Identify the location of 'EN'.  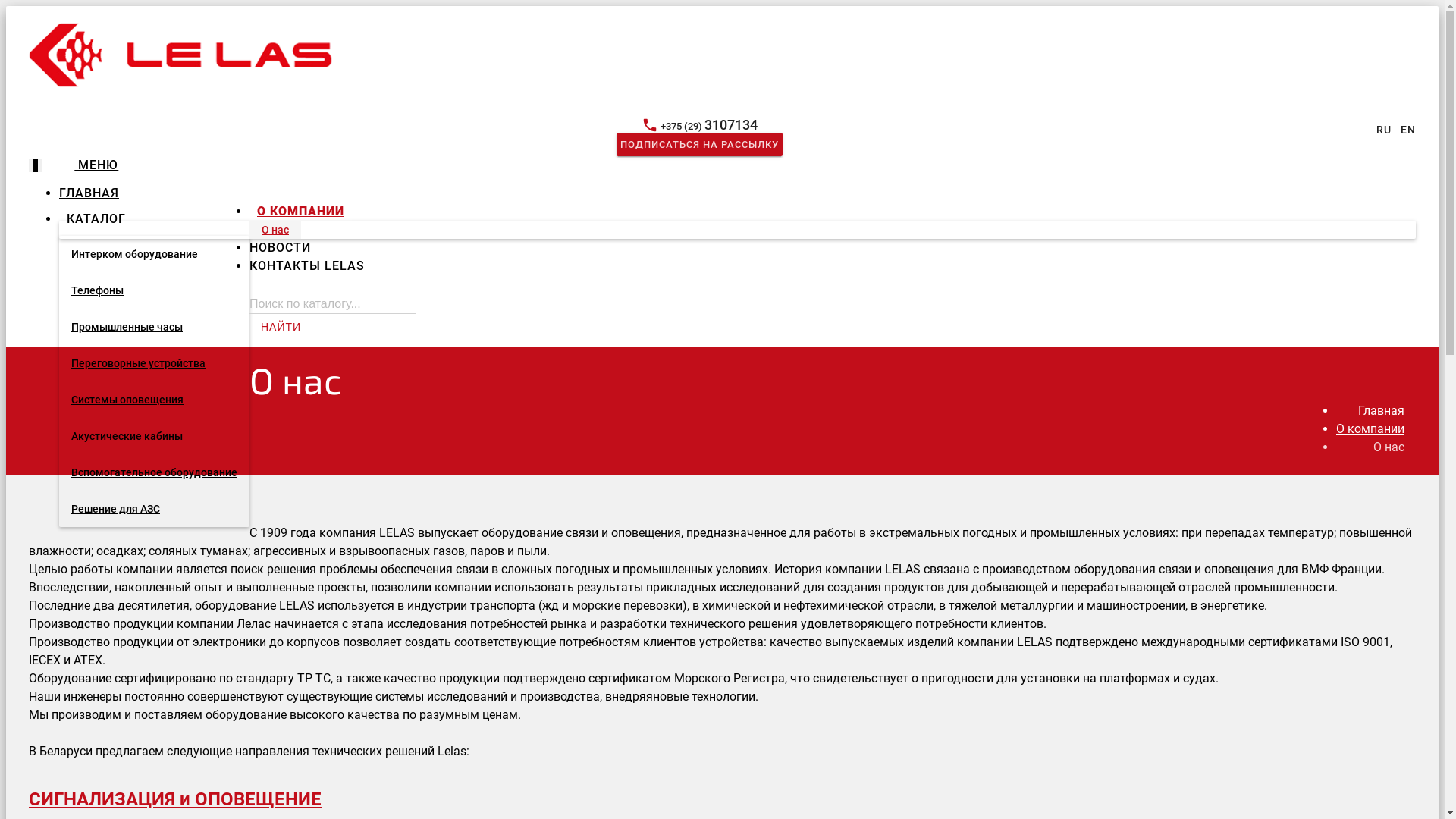
(1407, 128).